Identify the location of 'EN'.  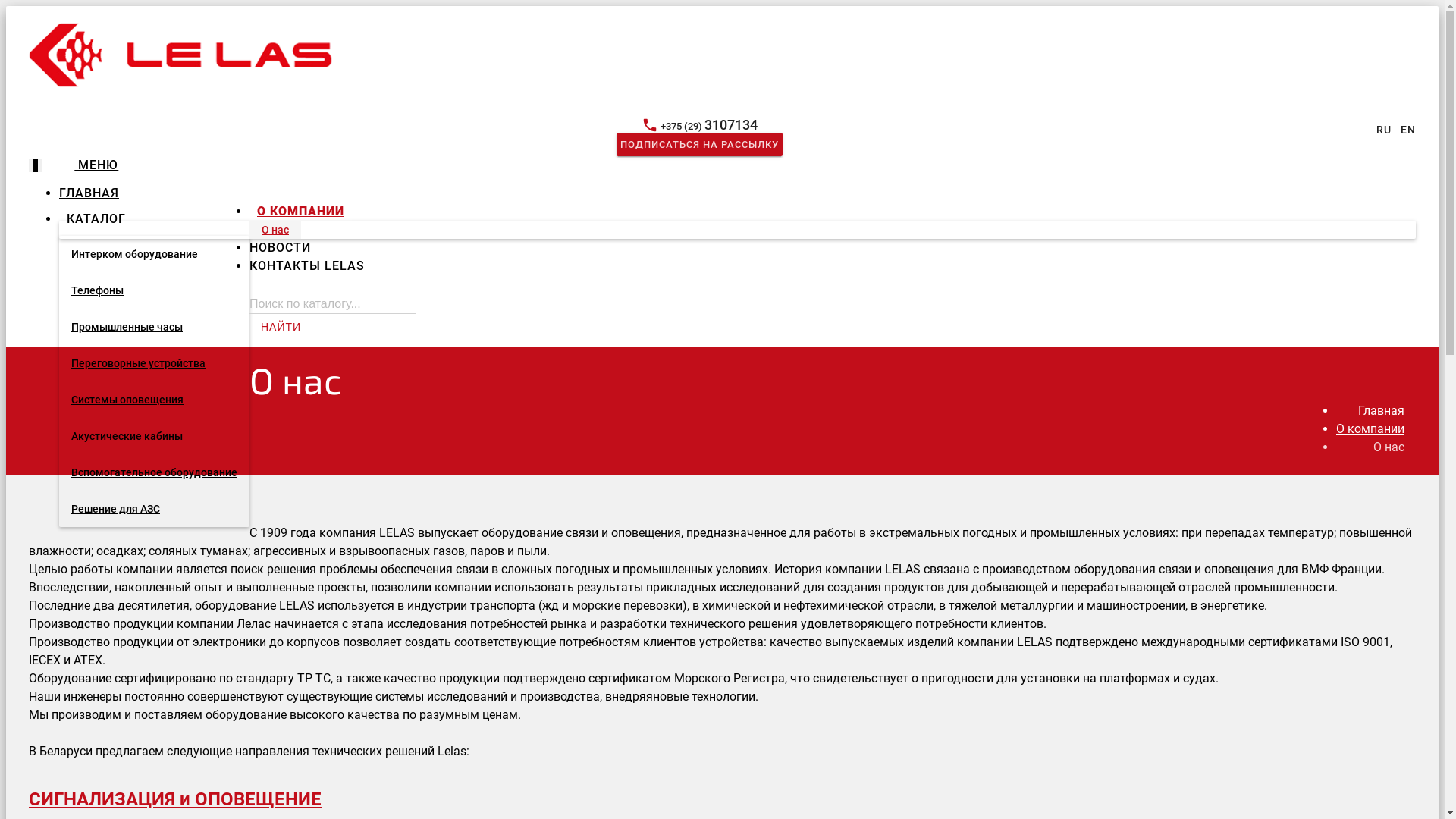
(1407, 128).